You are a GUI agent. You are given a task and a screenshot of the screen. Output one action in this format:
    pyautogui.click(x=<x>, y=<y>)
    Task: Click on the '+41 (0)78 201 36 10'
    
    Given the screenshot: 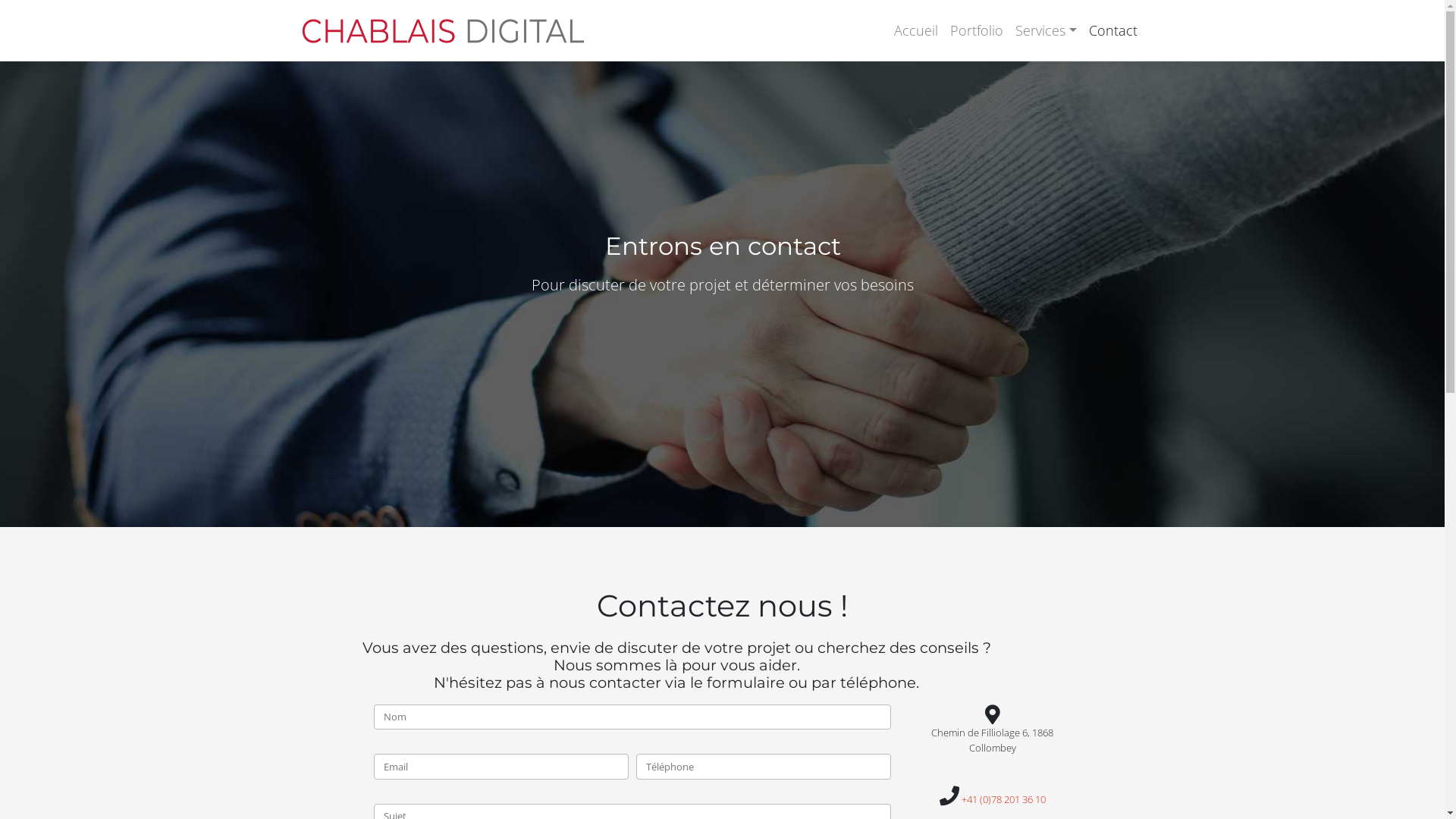 What is the action you would take?
    pyautogui.click(x=1003, y=798)
    